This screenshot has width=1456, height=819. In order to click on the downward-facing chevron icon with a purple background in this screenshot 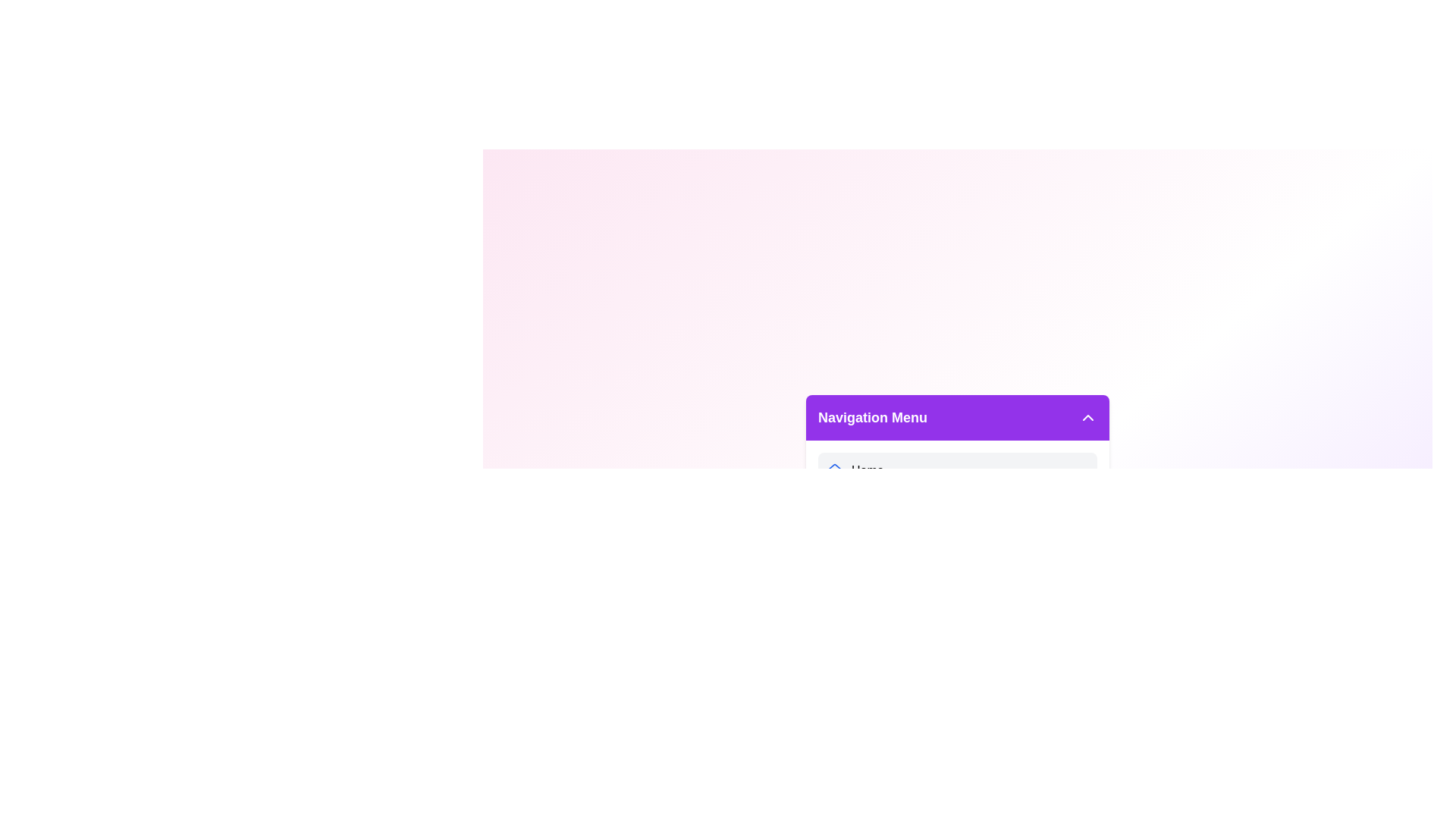, I will do `click(1087, 418)`.